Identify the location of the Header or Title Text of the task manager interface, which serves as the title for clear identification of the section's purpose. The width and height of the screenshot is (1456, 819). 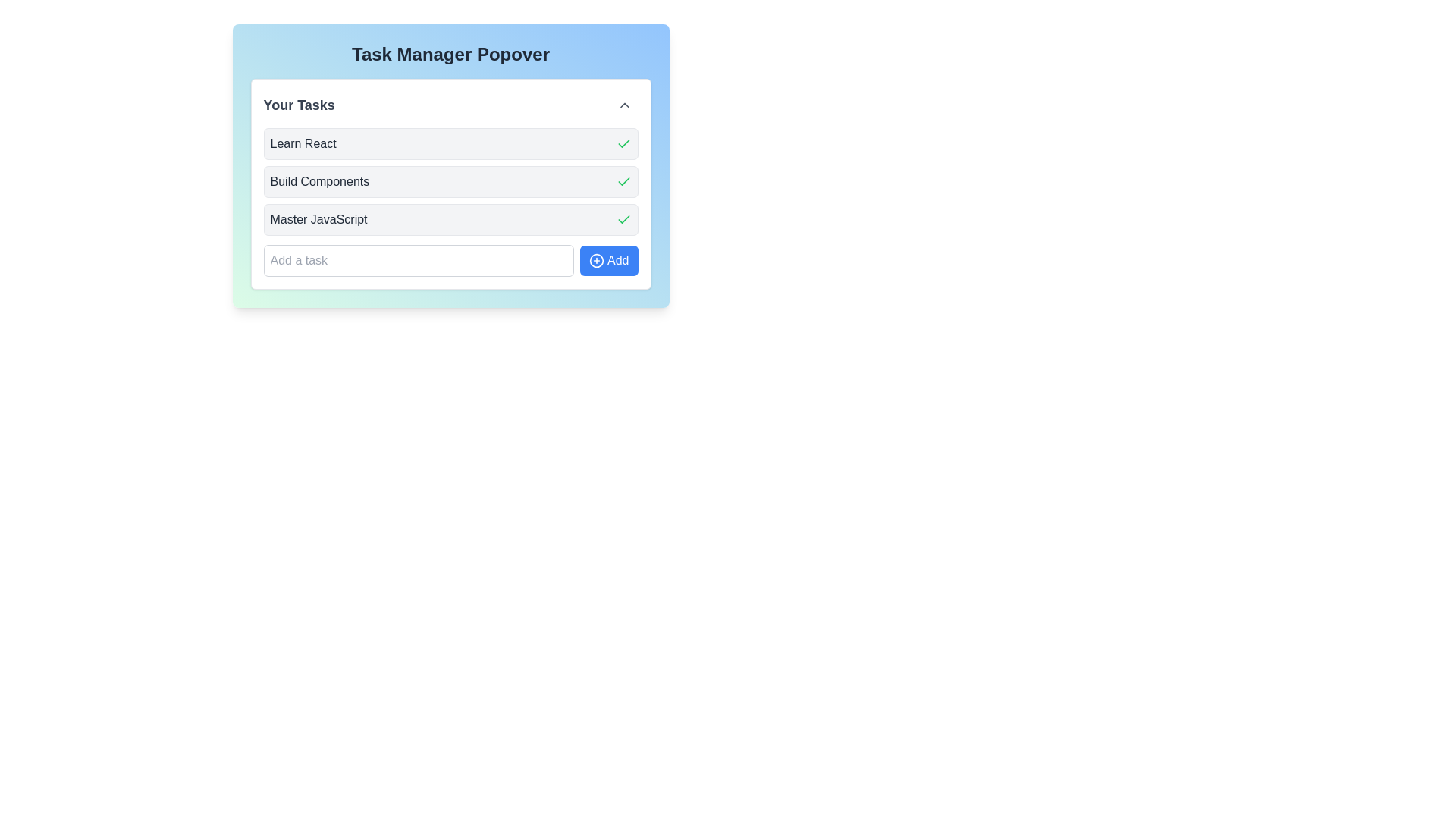
(450, 54).